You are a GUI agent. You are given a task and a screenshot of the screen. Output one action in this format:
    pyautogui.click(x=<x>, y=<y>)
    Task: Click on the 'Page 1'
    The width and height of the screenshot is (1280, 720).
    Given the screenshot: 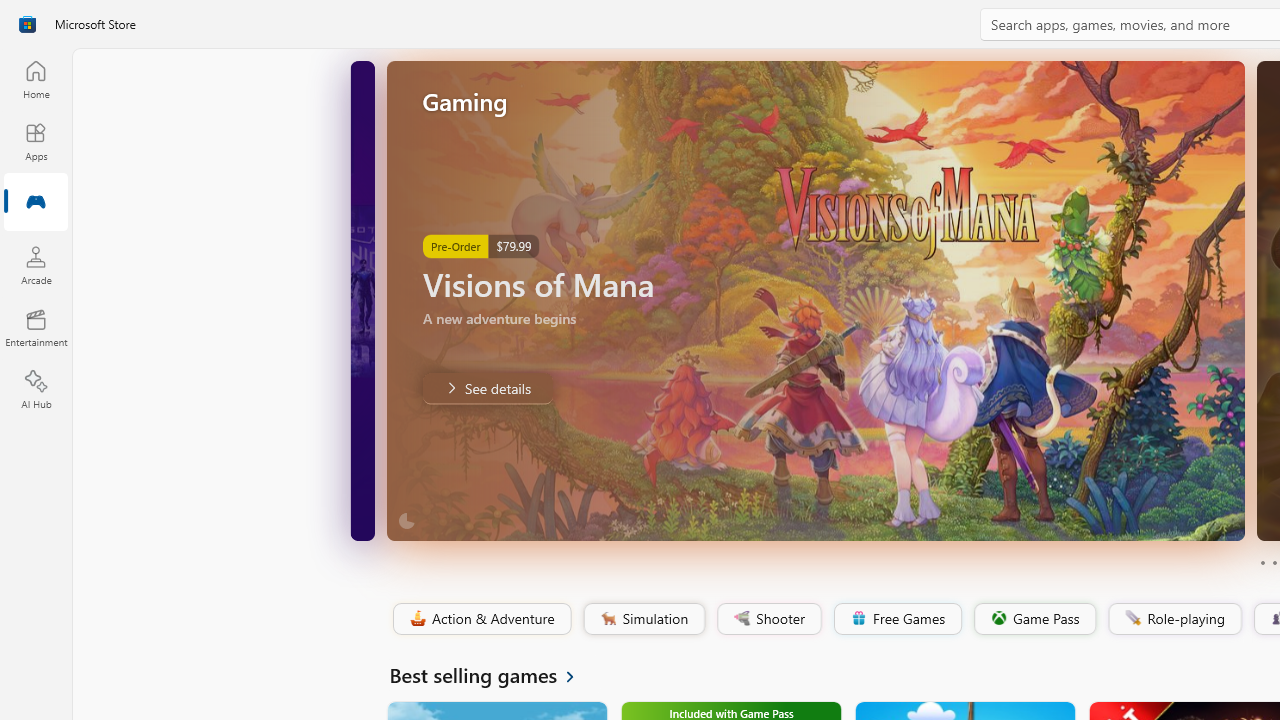 What is the action you would take?
    pyautogui.click(x=1261, y=563)
    